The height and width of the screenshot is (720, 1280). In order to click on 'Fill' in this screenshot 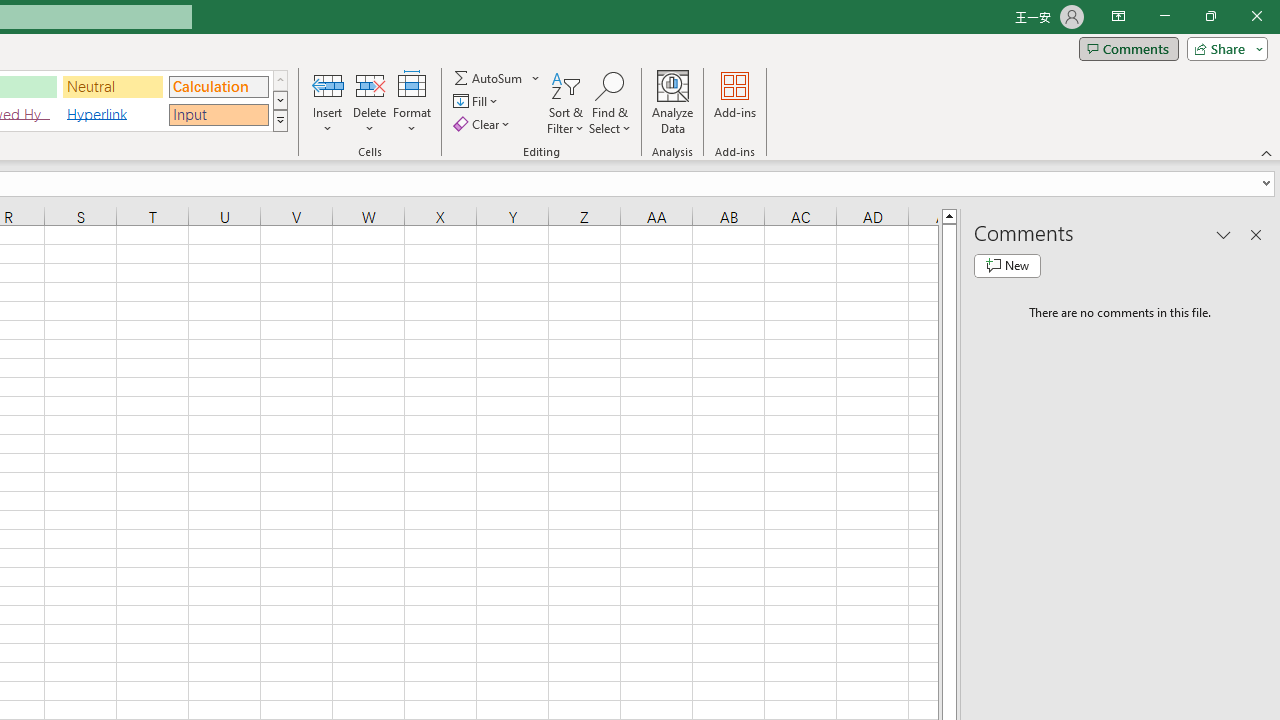, I will do `click(477, 101)`.